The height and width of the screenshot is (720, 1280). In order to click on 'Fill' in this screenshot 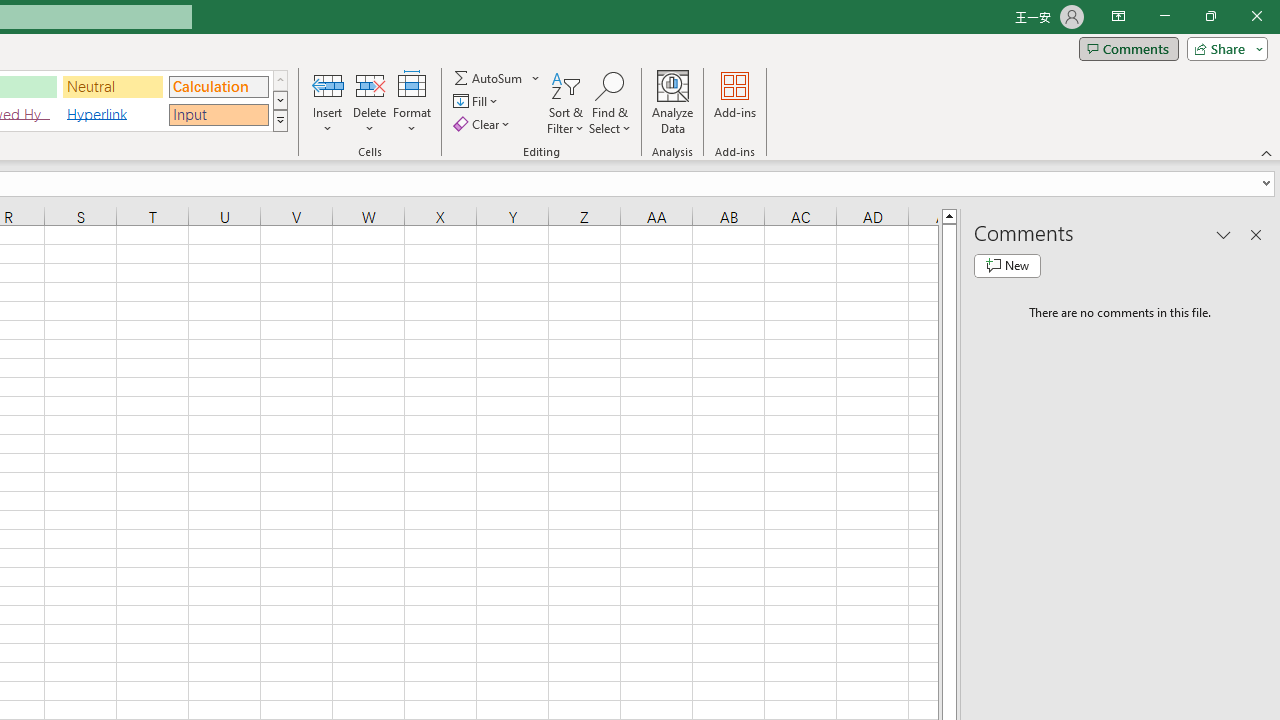, I will do `click(477, 101)`.